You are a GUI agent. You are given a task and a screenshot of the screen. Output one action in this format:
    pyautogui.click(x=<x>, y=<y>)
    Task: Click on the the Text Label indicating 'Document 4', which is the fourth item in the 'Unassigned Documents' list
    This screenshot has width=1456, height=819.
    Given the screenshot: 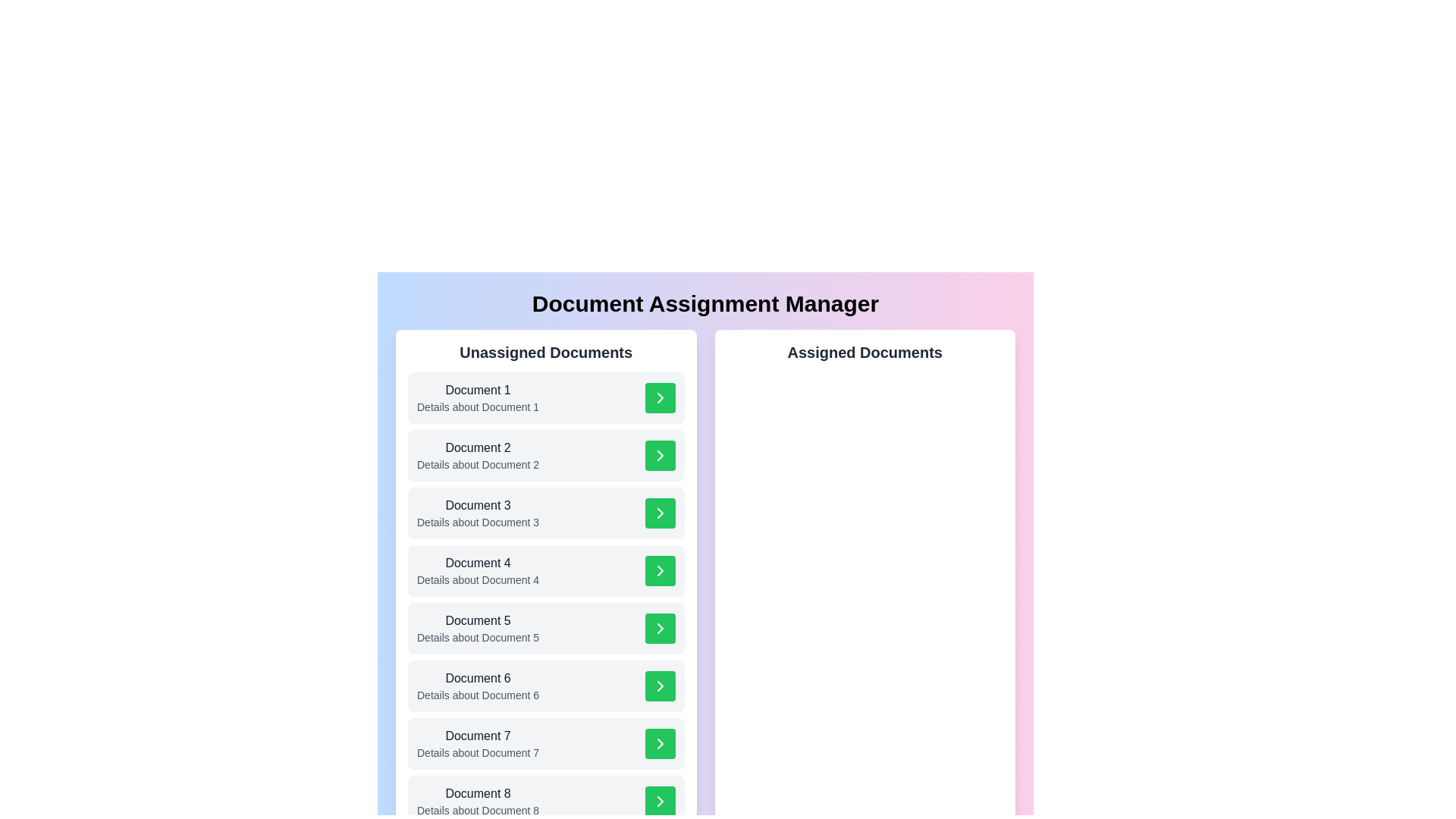 What is the action you would take?
    pyautogui.click(x=477, y=563)
    